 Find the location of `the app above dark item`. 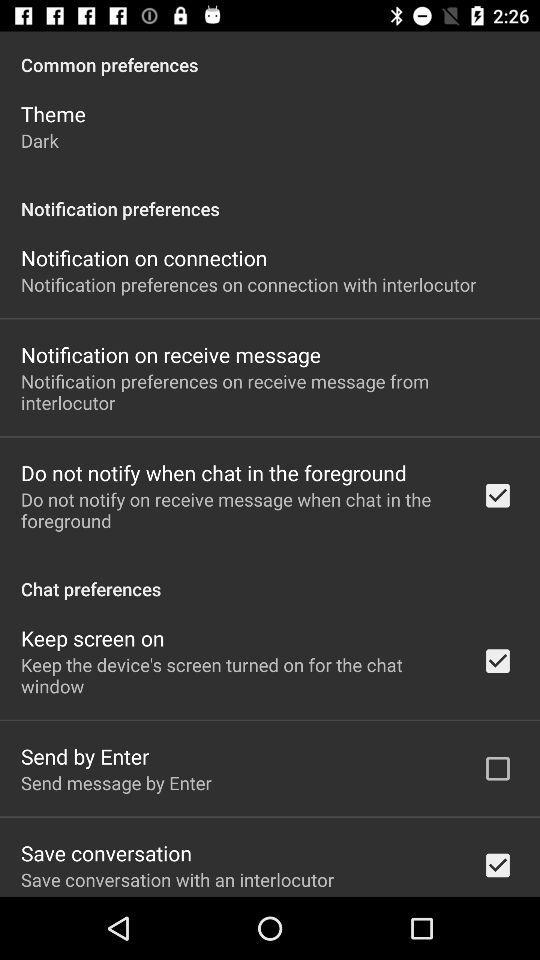

the app above dark item is located at coordinates (53, 114).